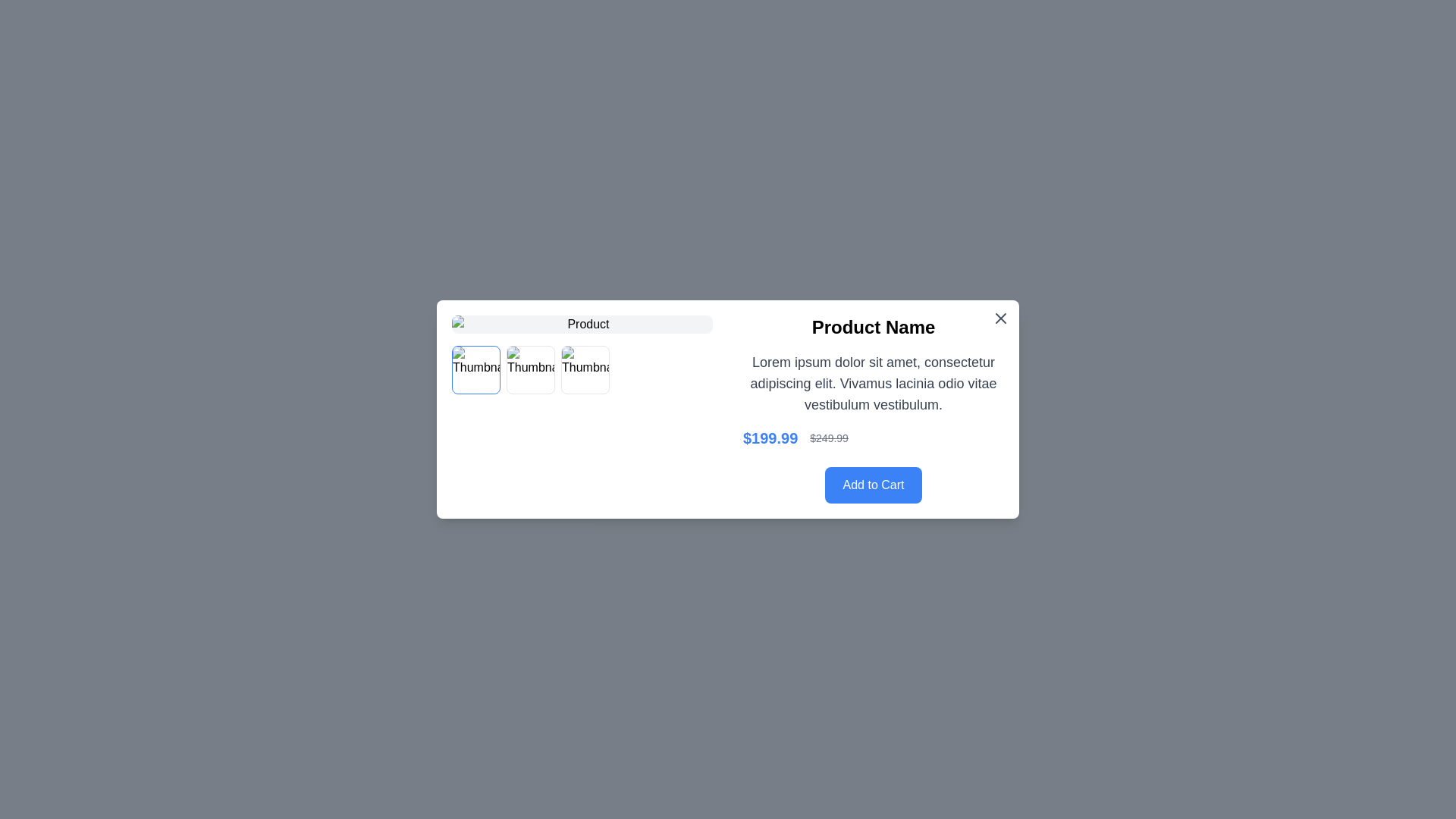  I want to click on the first thumbnail image in the grid, so click(475, 370).